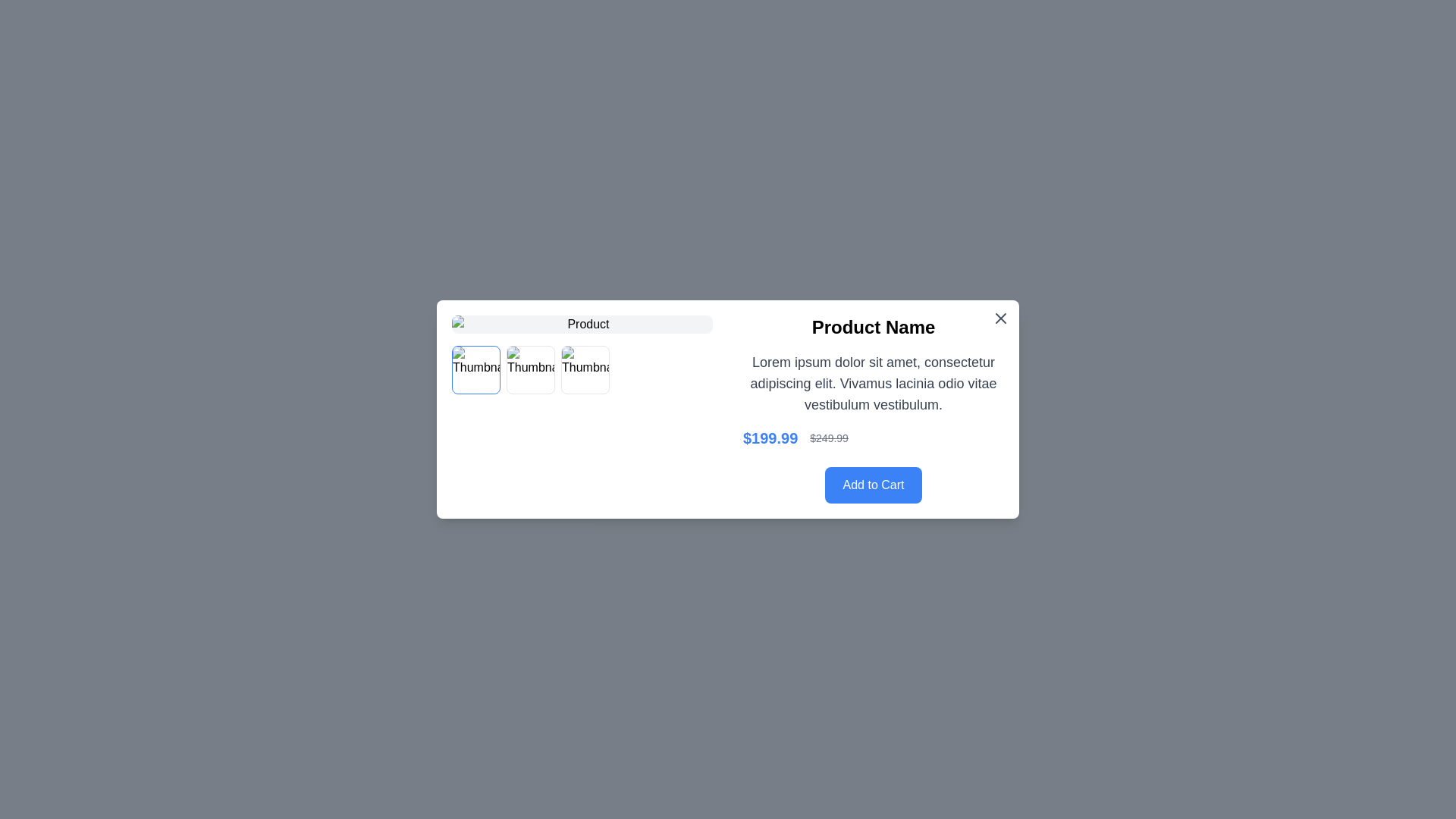  I want to click on the first thumbnail image in the grid, so click(475, 370).